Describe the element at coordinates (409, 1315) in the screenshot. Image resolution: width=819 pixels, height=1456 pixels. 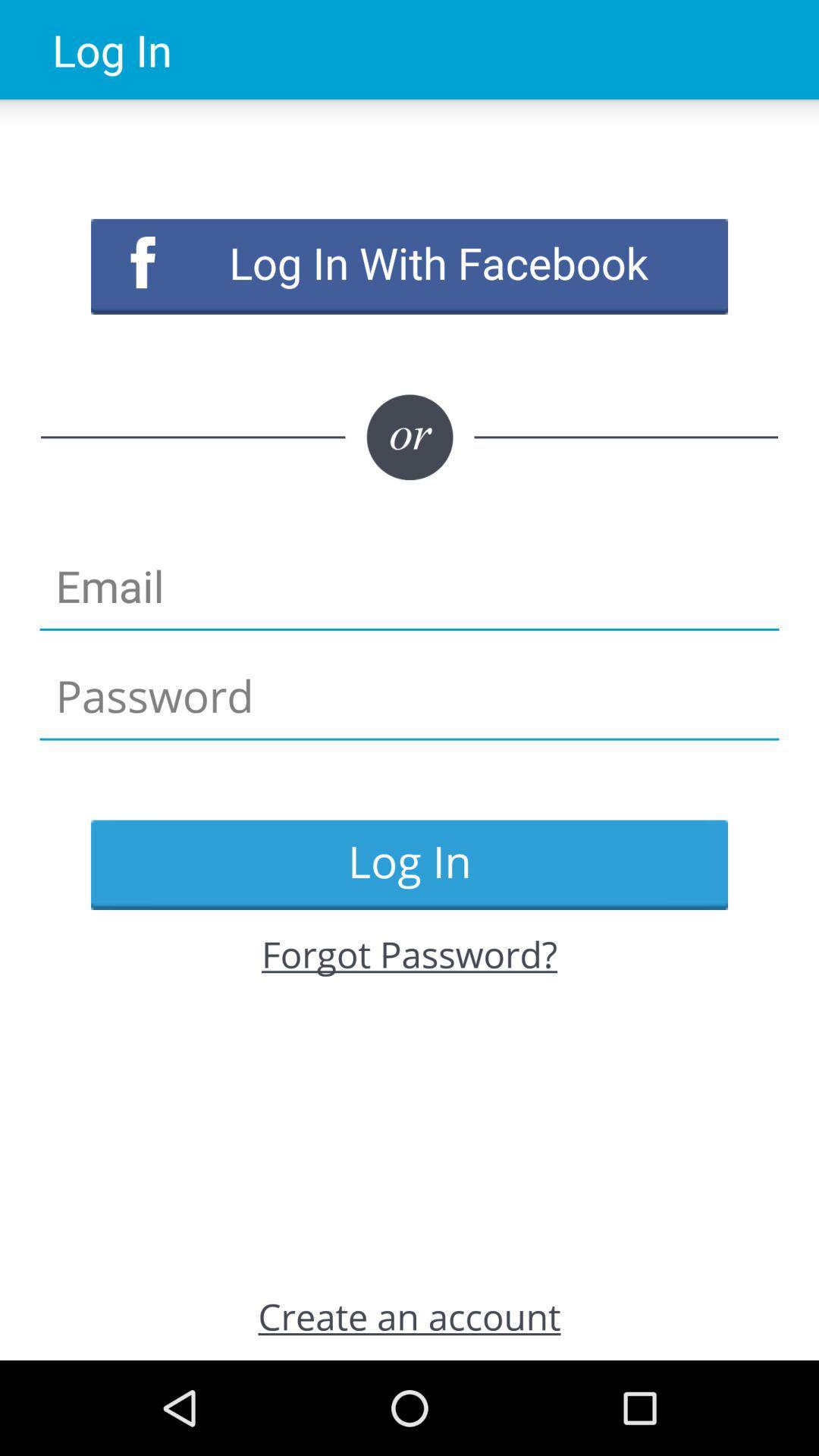
I see `the icon at the bottom` at that location.